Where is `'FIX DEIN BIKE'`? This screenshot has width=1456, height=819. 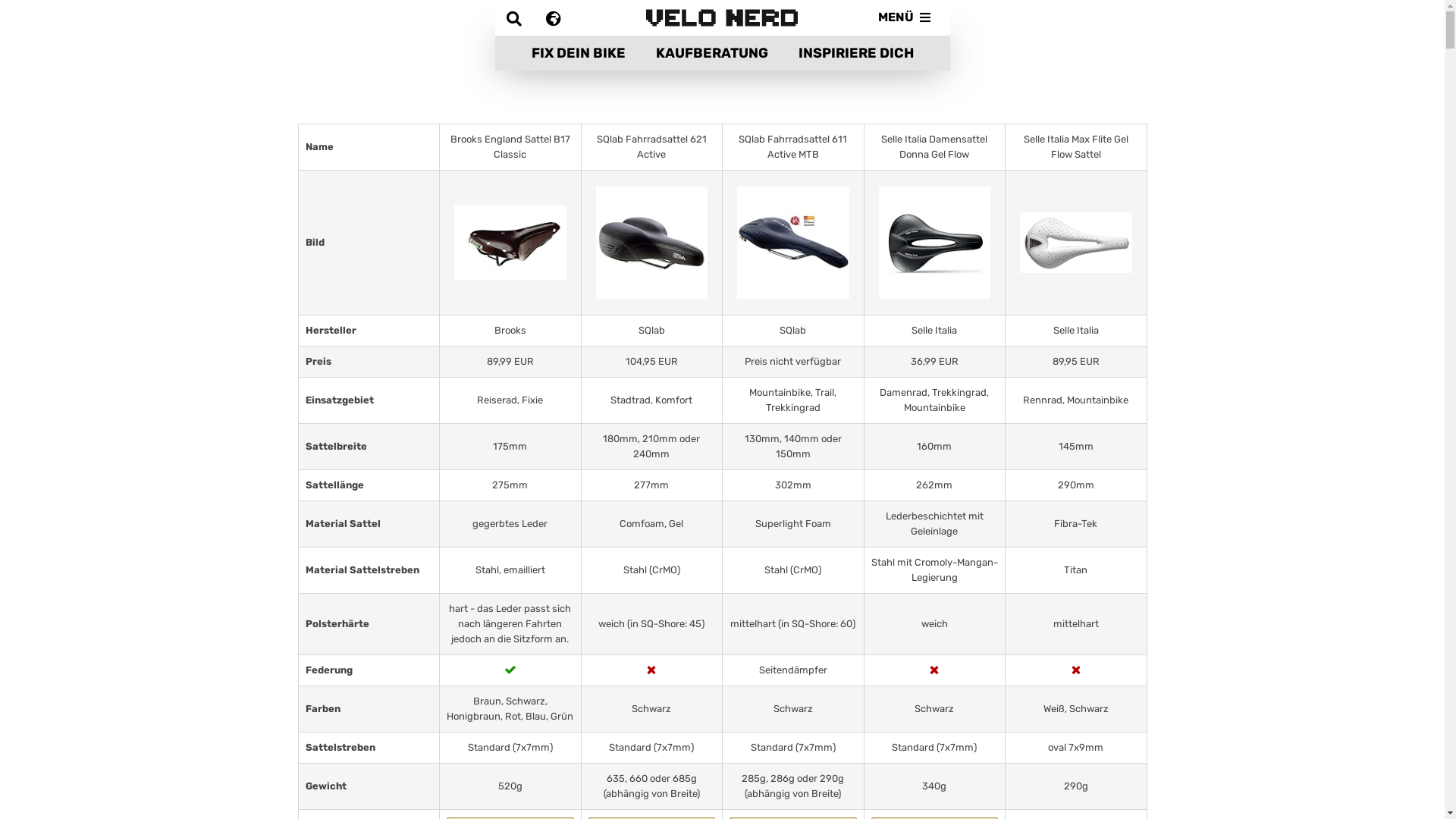
'FIX DEIN BIKE' is located at coordinates (516, 52).